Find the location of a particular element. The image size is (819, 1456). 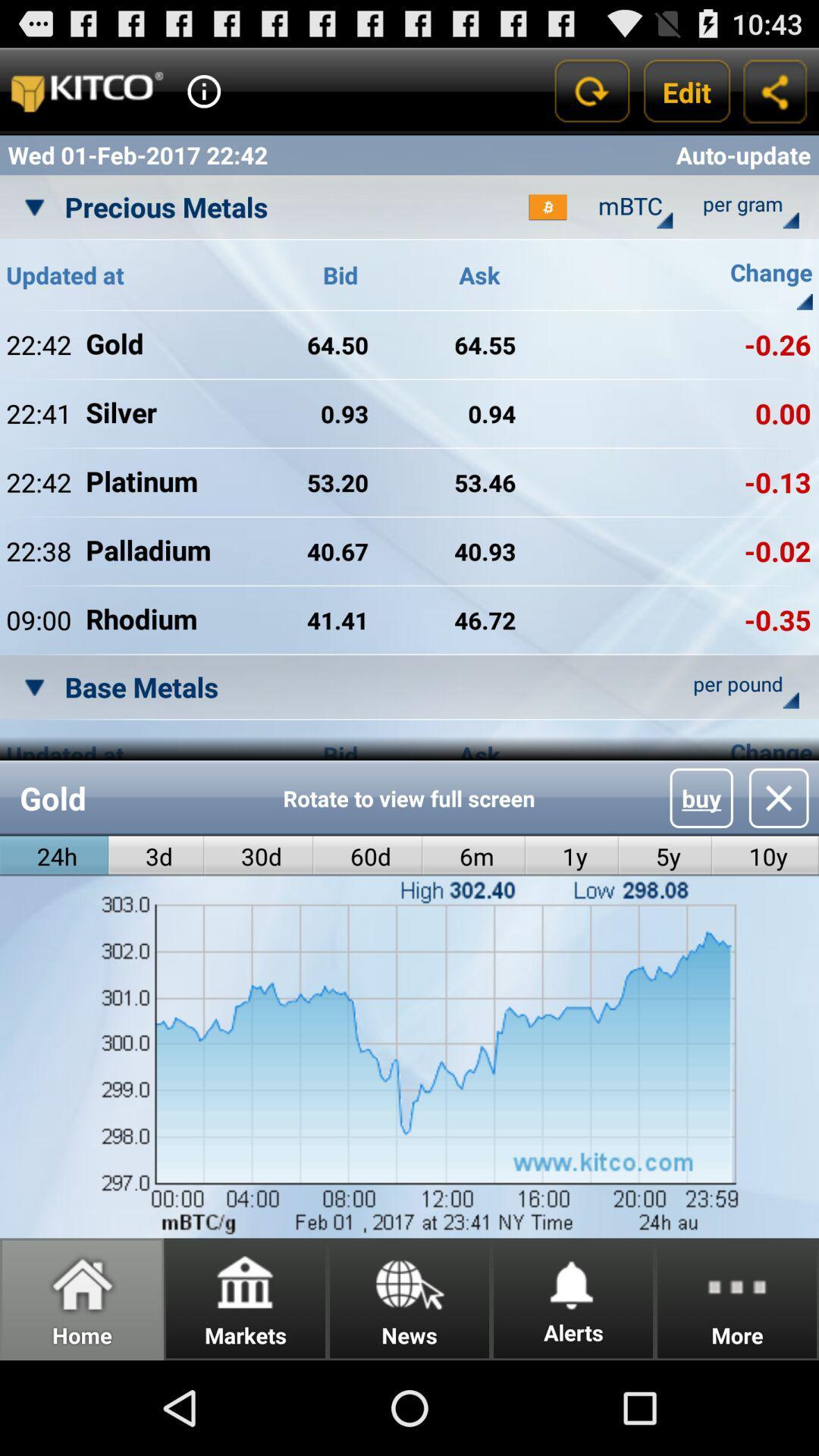

radio button next to 24h is located at coordinates (156, 856).